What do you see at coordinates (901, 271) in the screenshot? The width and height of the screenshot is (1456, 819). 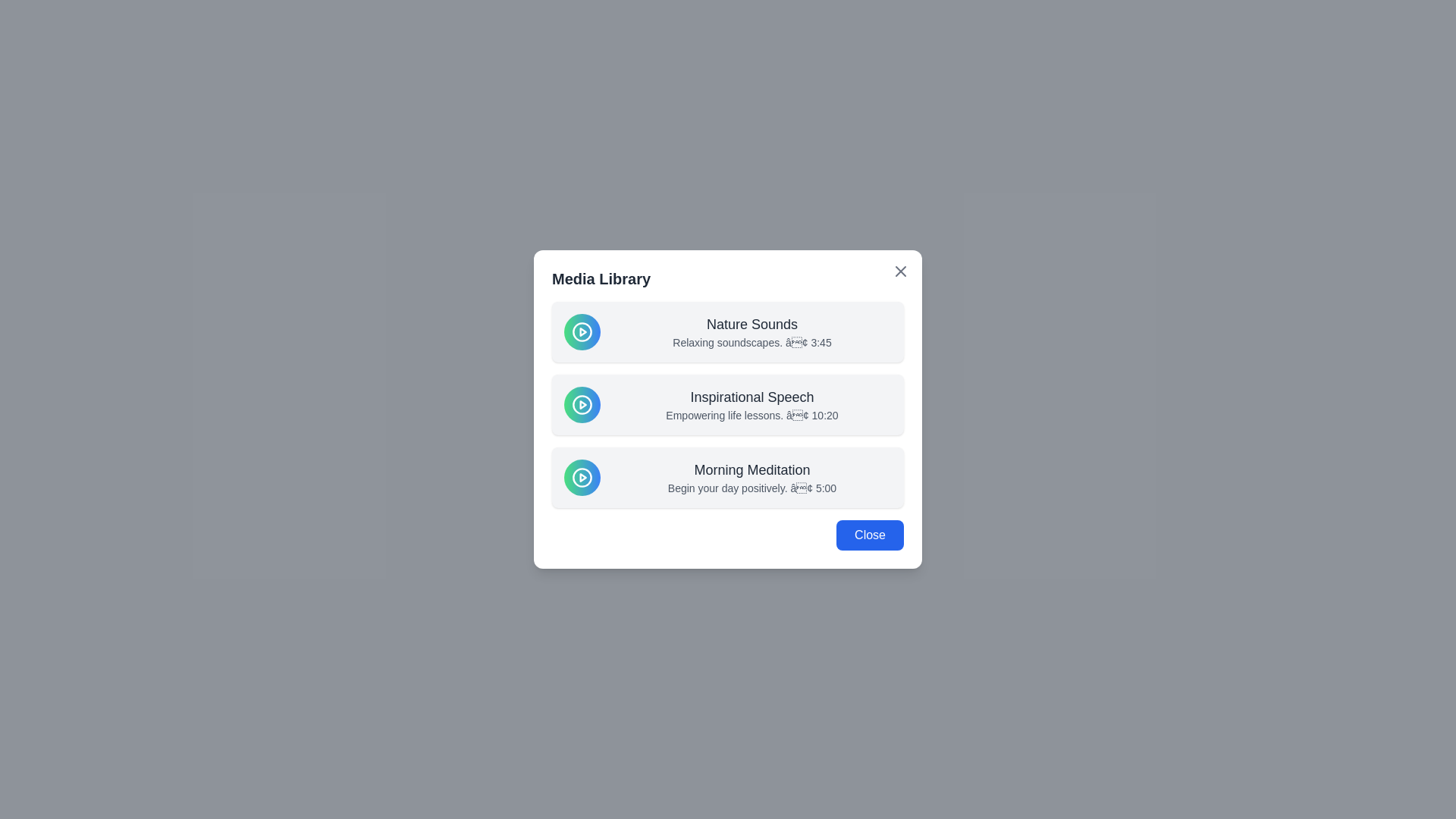 I see `close button in the top-right corner of the dialog` at bounding box center [901, 271].